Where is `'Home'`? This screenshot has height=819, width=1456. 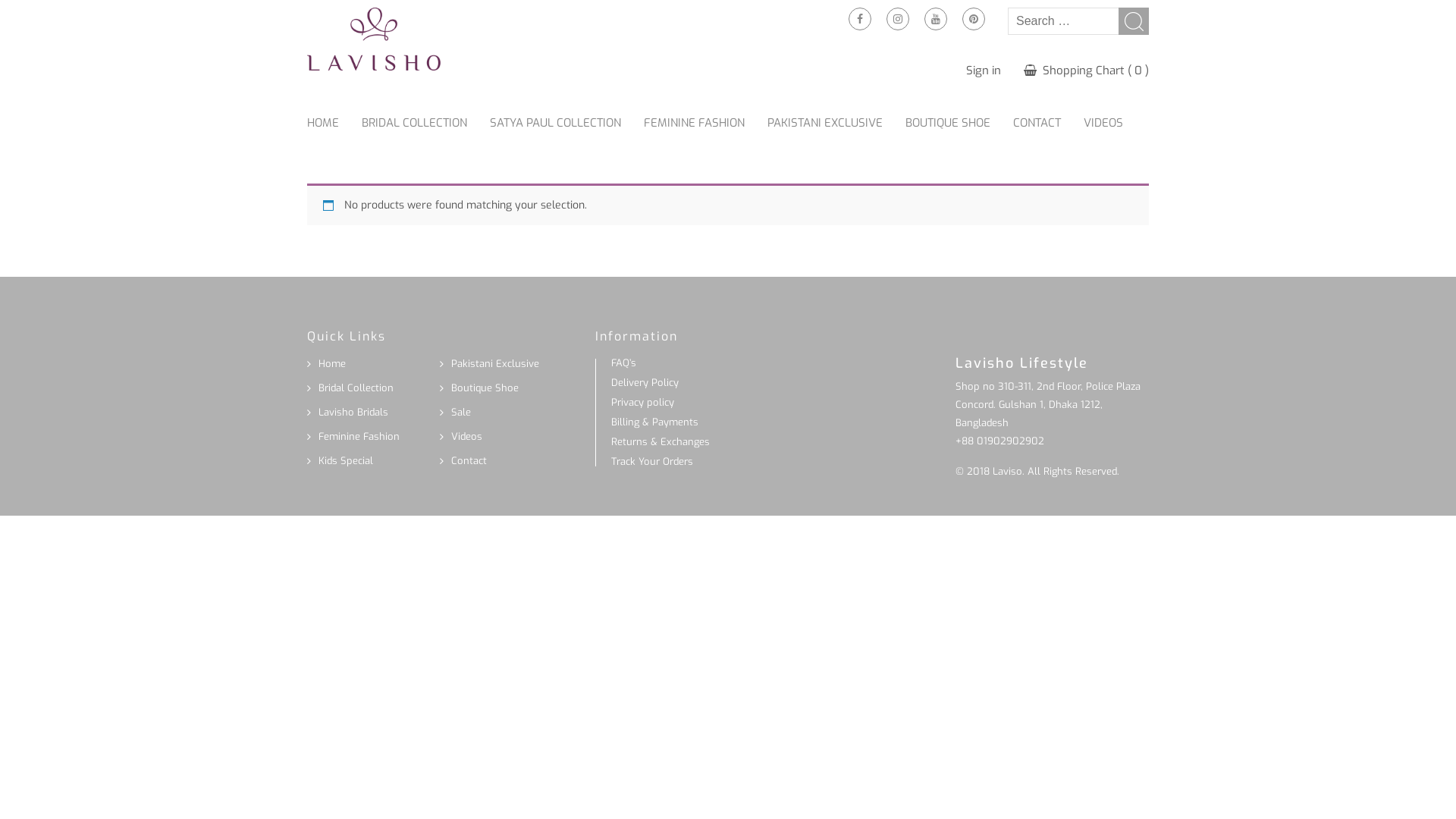
'Home' is located at coordinates (331, 363).